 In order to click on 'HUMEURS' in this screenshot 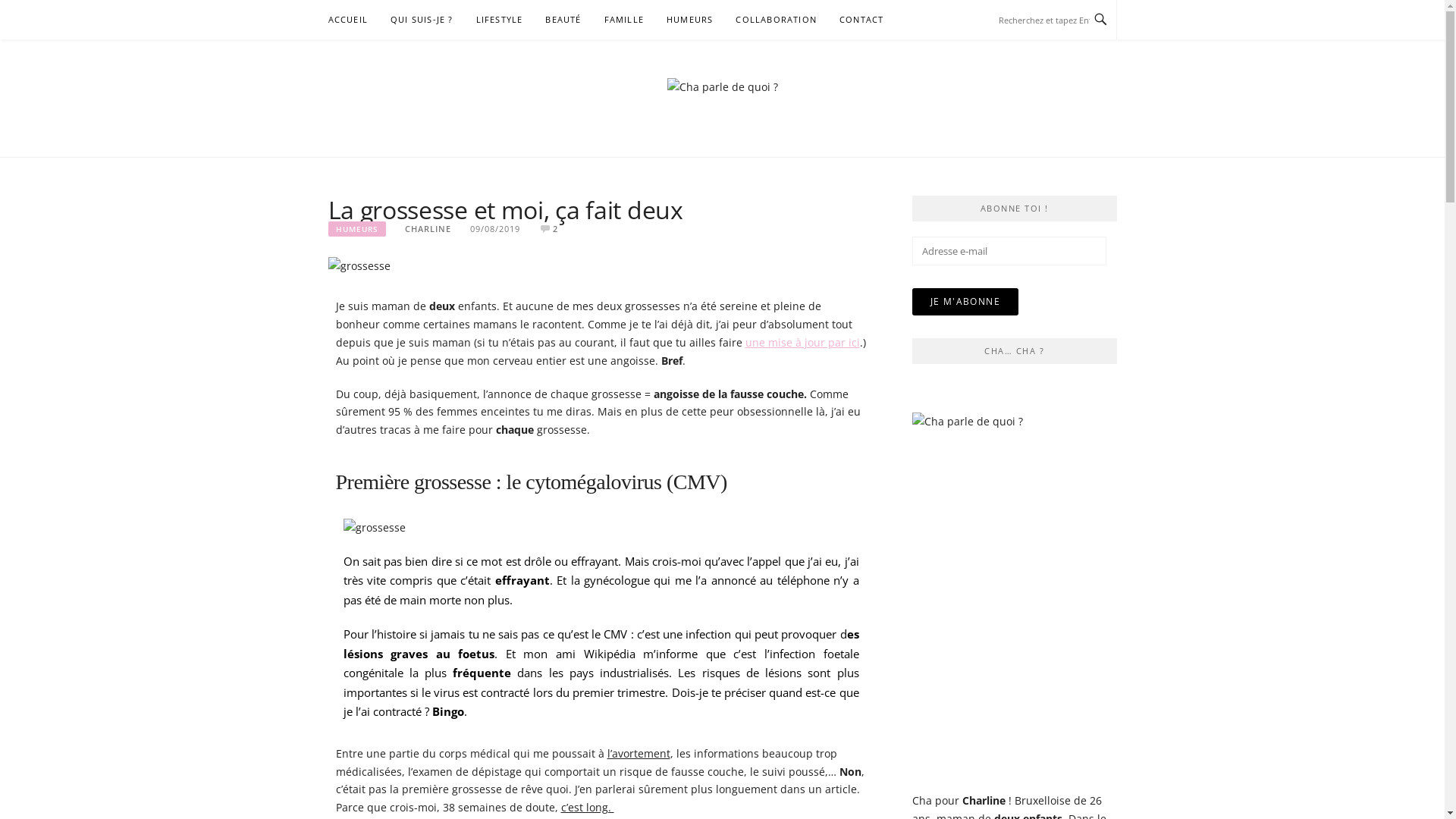, I will do `click(356, 228)`.